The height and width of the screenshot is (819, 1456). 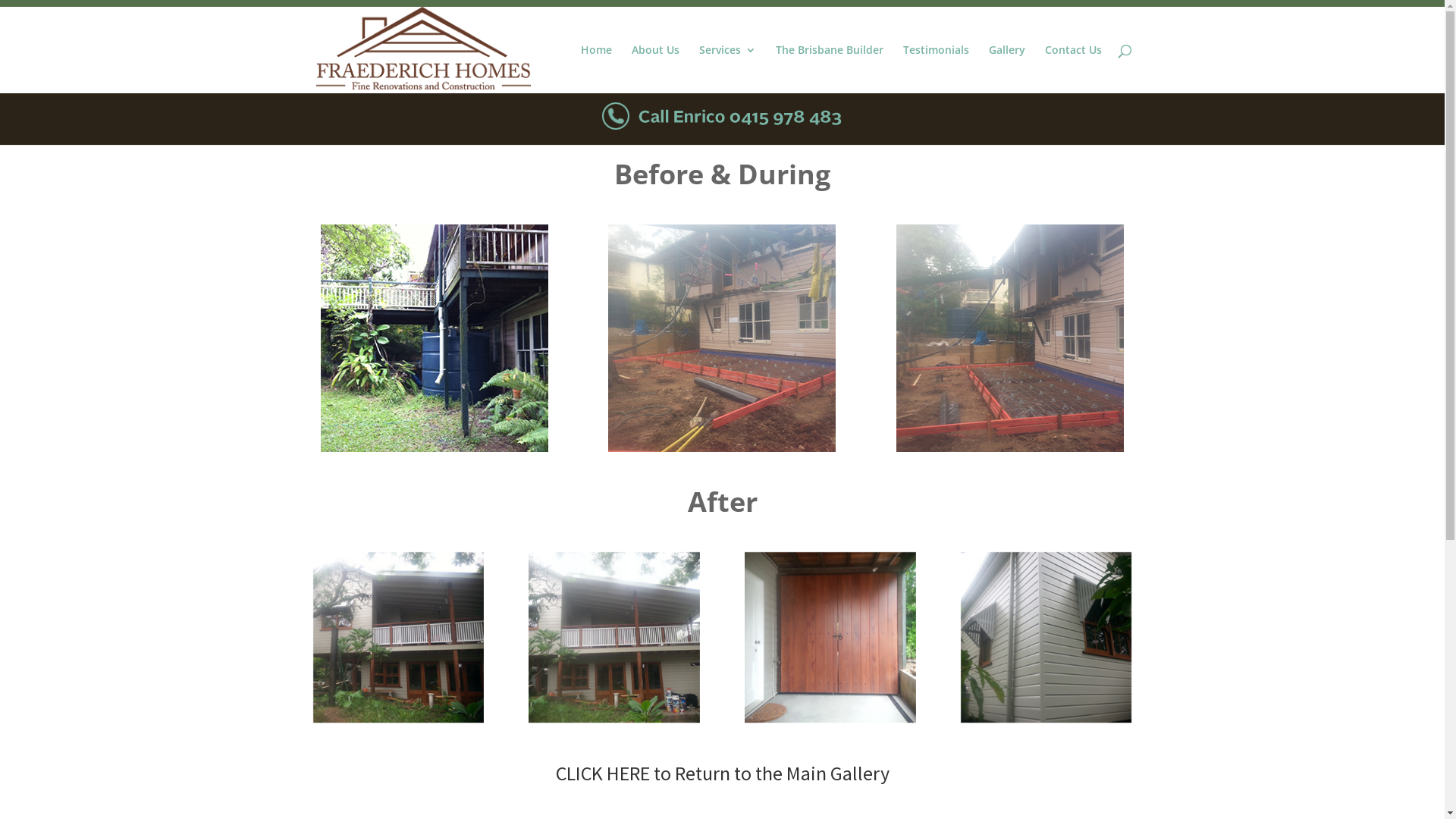 What do you see at coordinates (1072, 69) in the screenshot?
I see `'Contact Us'` at bounding box center [1072, 69].